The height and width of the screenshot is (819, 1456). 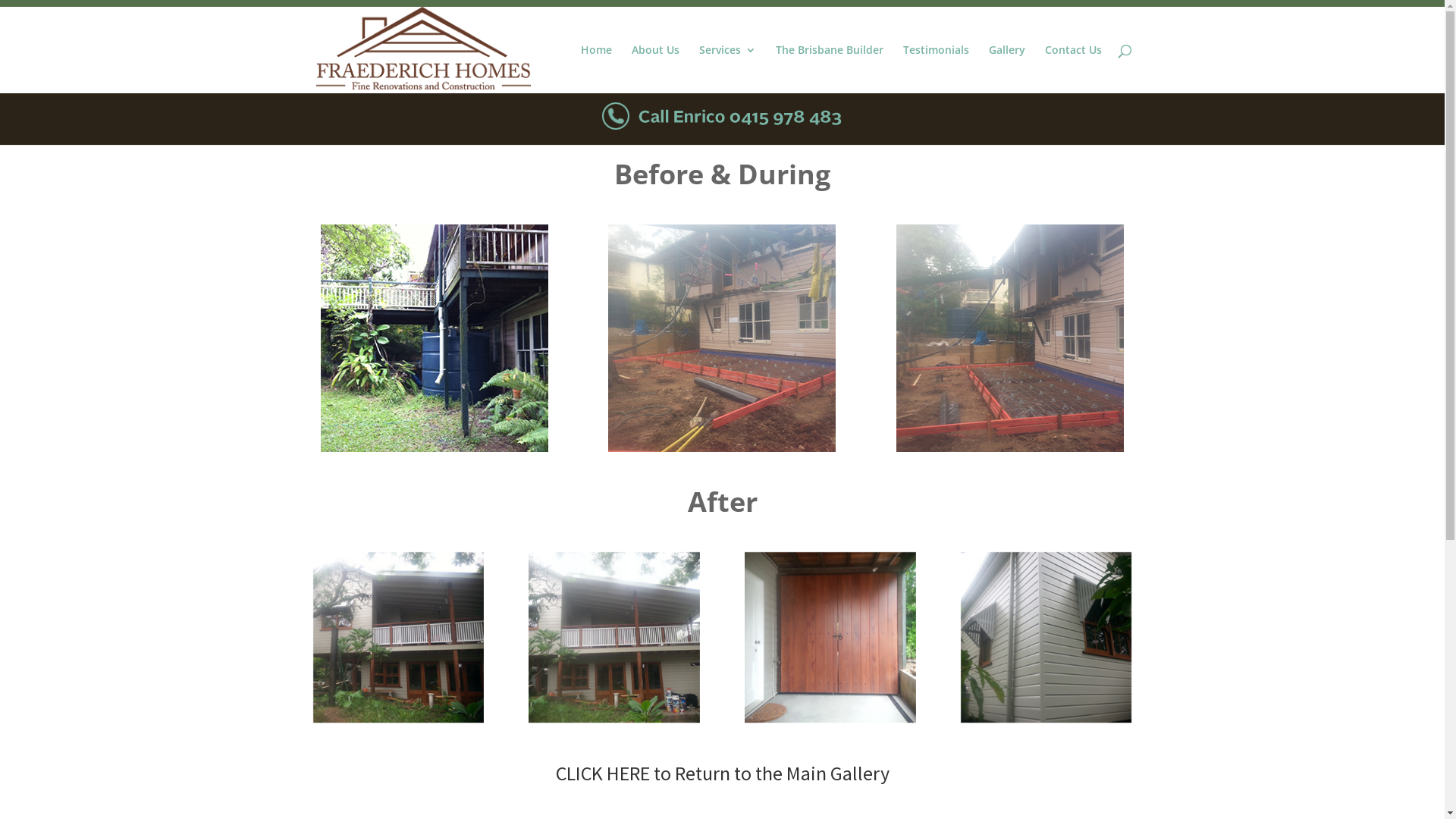 What do you see at coordinates (1072, 69) in the screenshot?
I see `'Contact Us'` at bounding box center [1072, 69].